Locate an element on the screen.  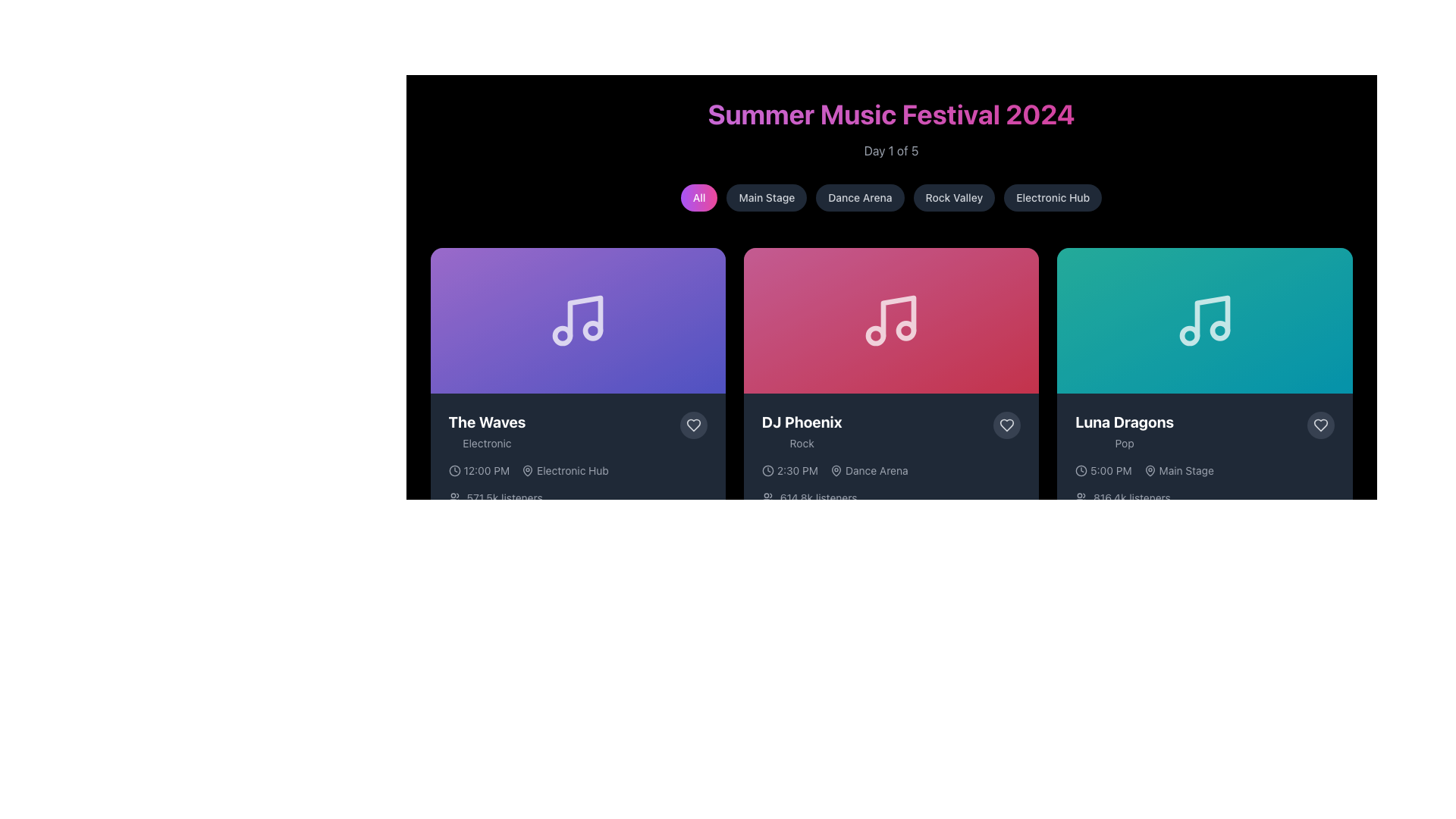
time label '2:30 PM' with the clock icon that is located in the middle-left section of the details card for 'DJ Phoenix' under the 'Summer Music Festival 2024' section is located at coordinates (789, 470).